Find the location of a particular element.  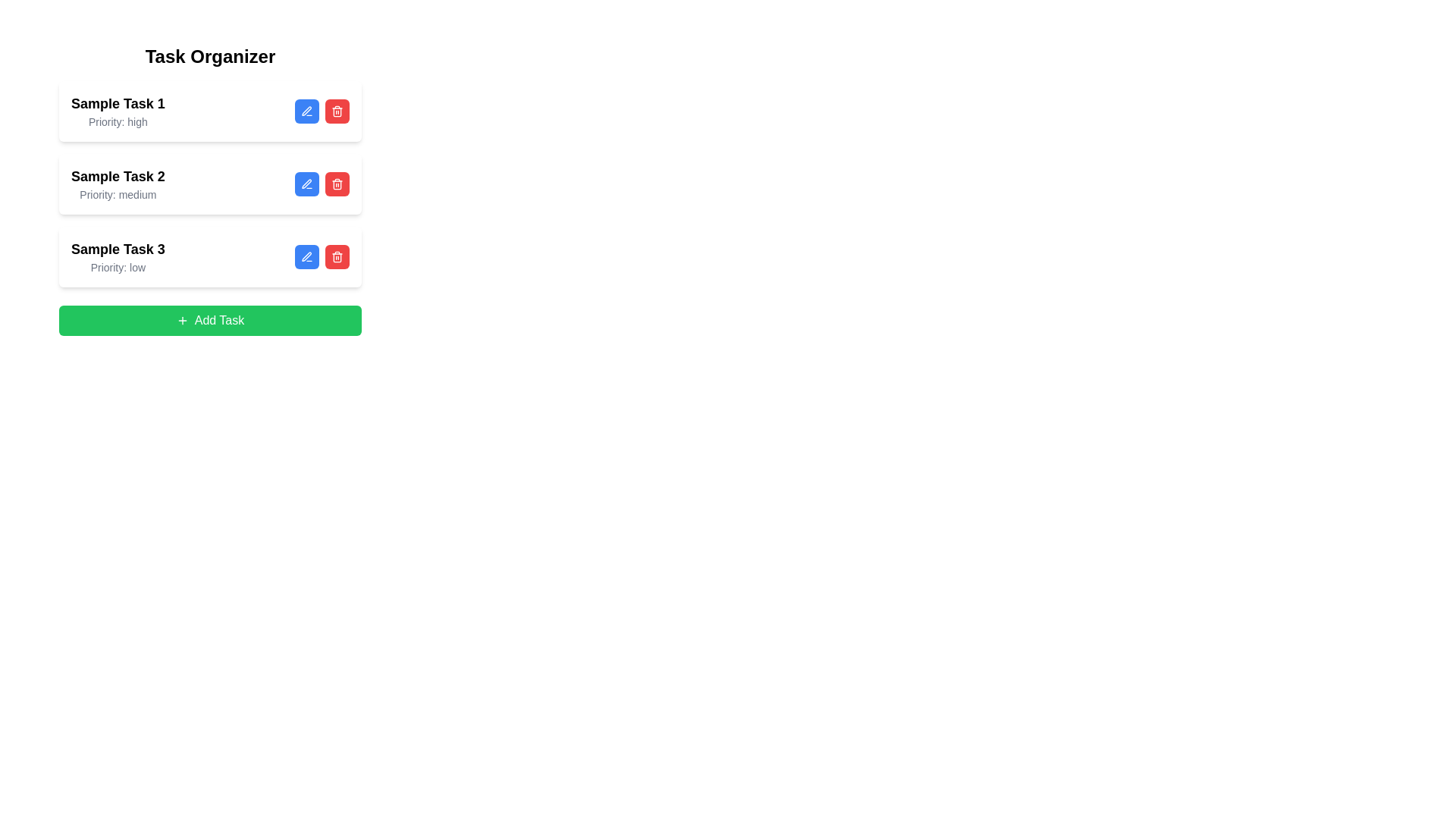

the 'low' priority text label located beneath the title 'Sample Task 3' in the task card is located at coordinates (117, 267).